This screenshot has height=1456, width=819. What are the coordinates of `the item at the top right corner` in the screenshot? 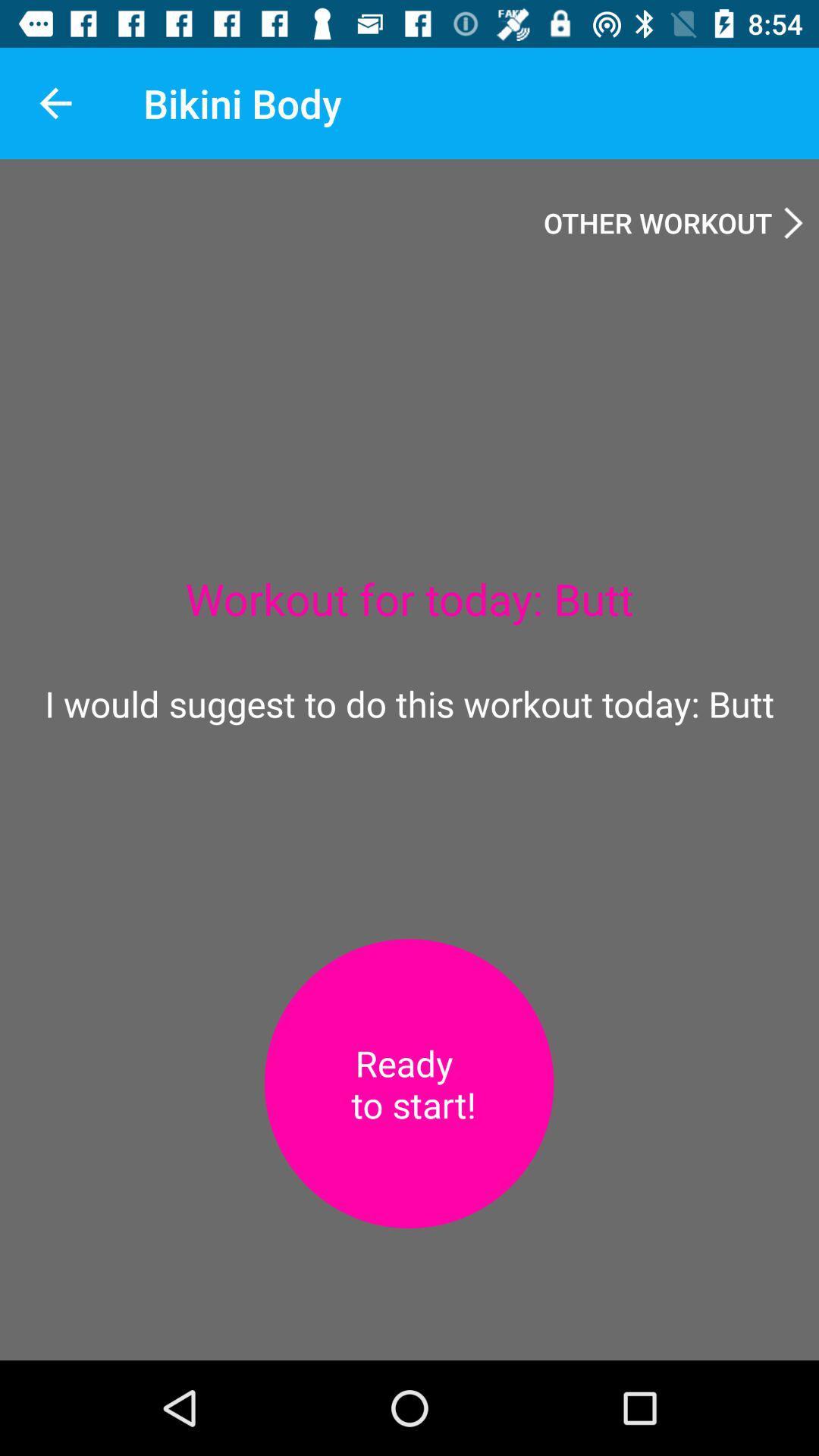 It's located at (672, 221).